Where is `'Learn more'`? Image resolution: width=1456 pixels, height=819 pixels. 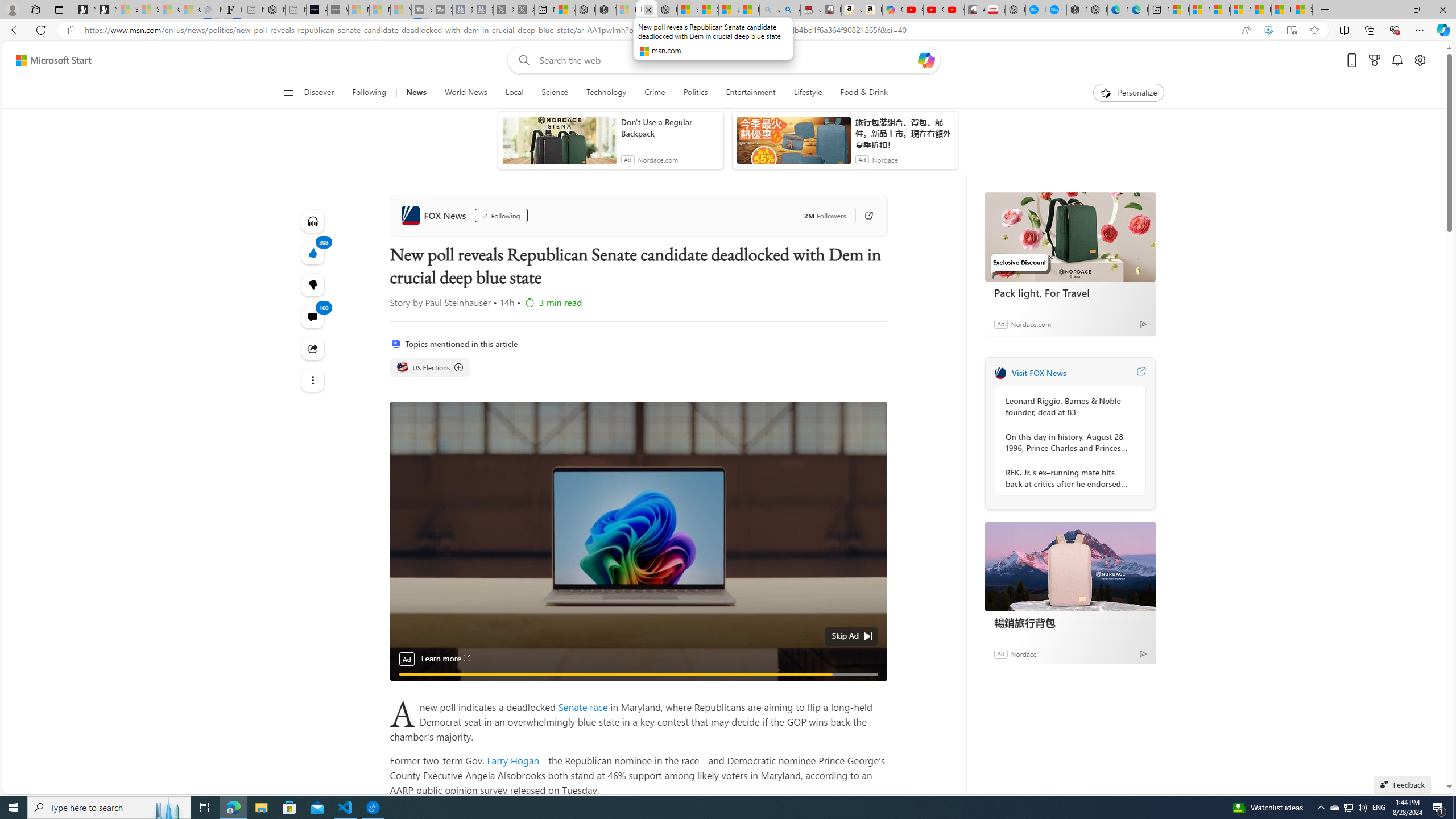 'Learn more' is located at coordinates (445, 658).